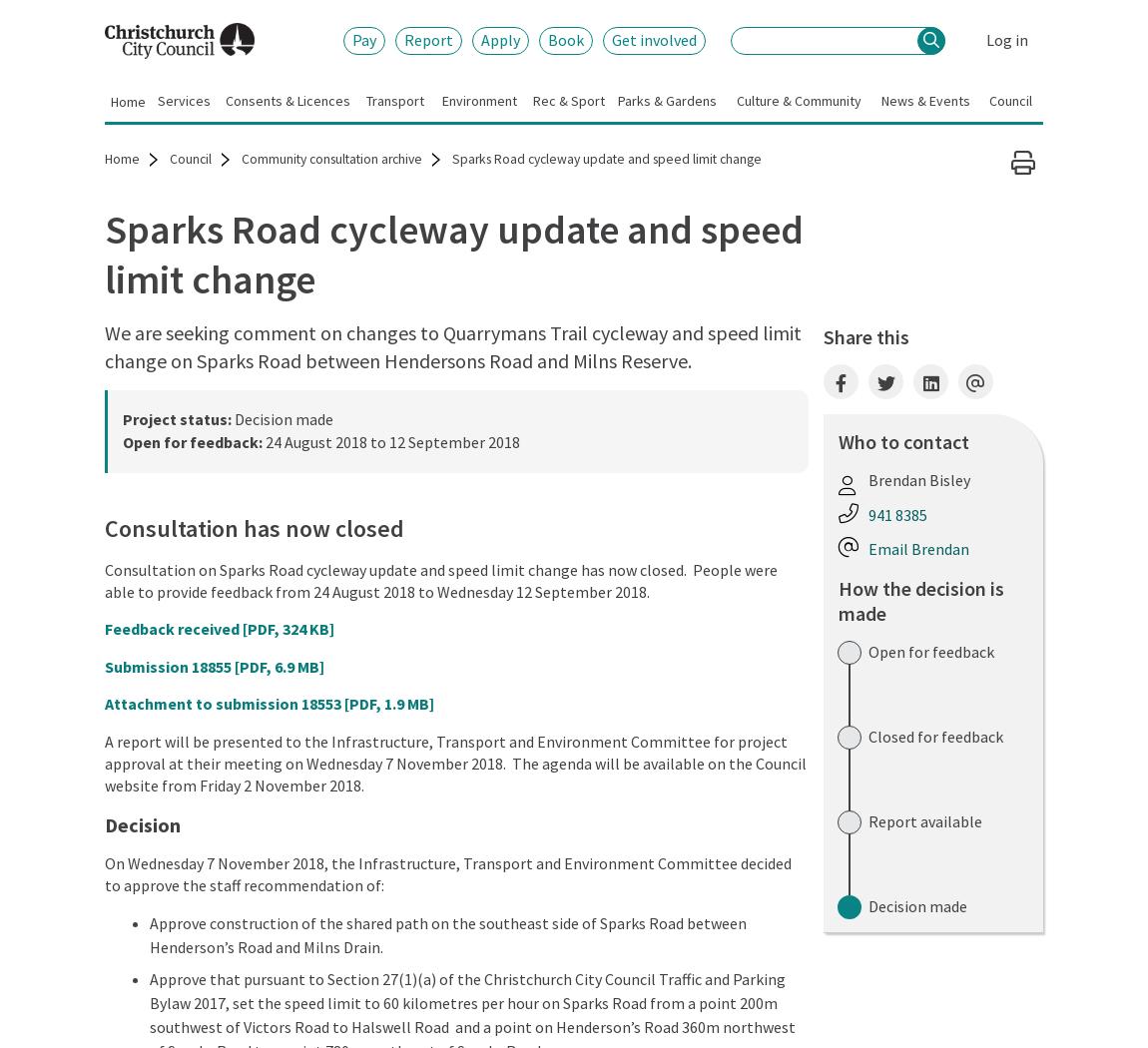  Describe the element at coordinates (167, 664) in the screenshot. I see `'Submission 18855'` at that location.